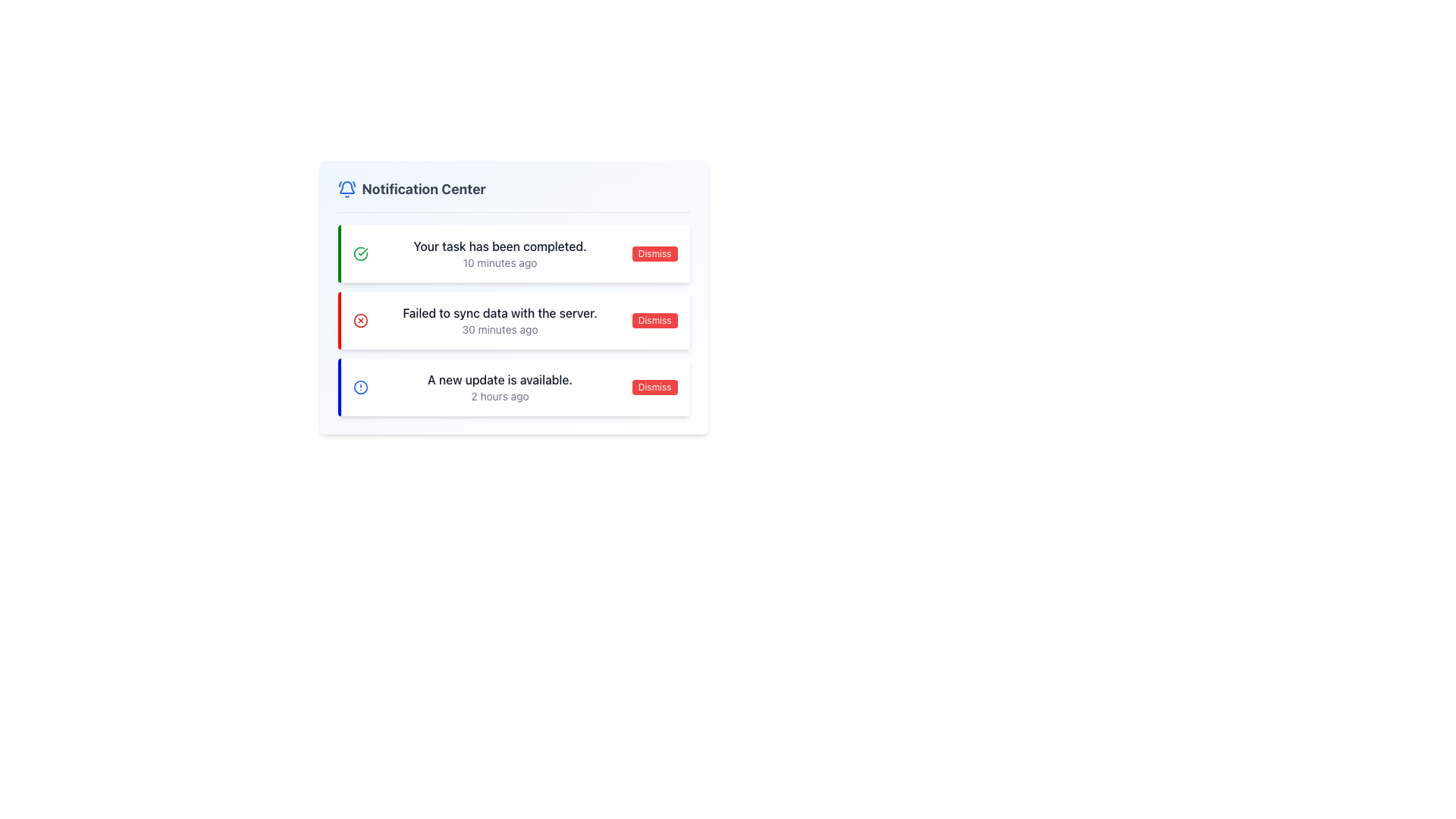 The image size is (1456, 819). What do you see at coordinates (500, 379) in the screenshot?
I see `message displayed in the text label that says 'A new update is available.' located inside the third notification card in the Notification Center` at bounding box center [500, 379].